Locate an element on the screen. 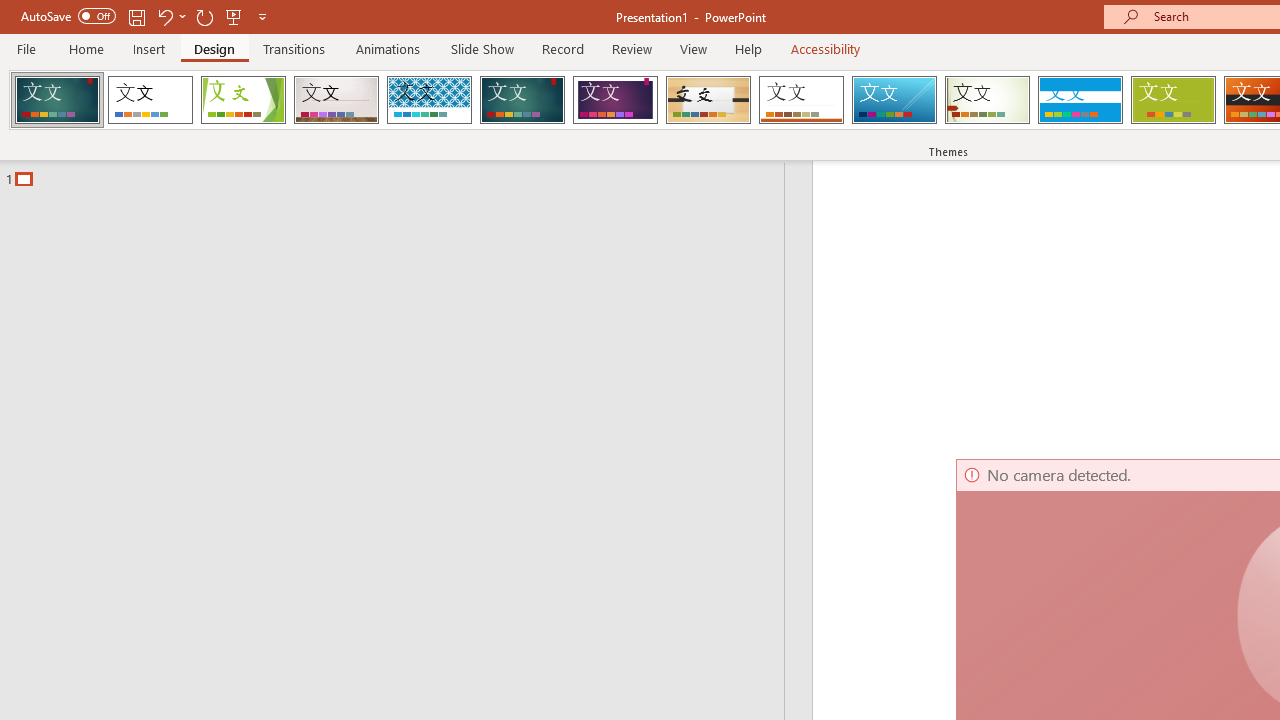 Image resolution: width=1280 pixels, height=720 pixels. 'Retrospect' is located at coordinates (801, 100).